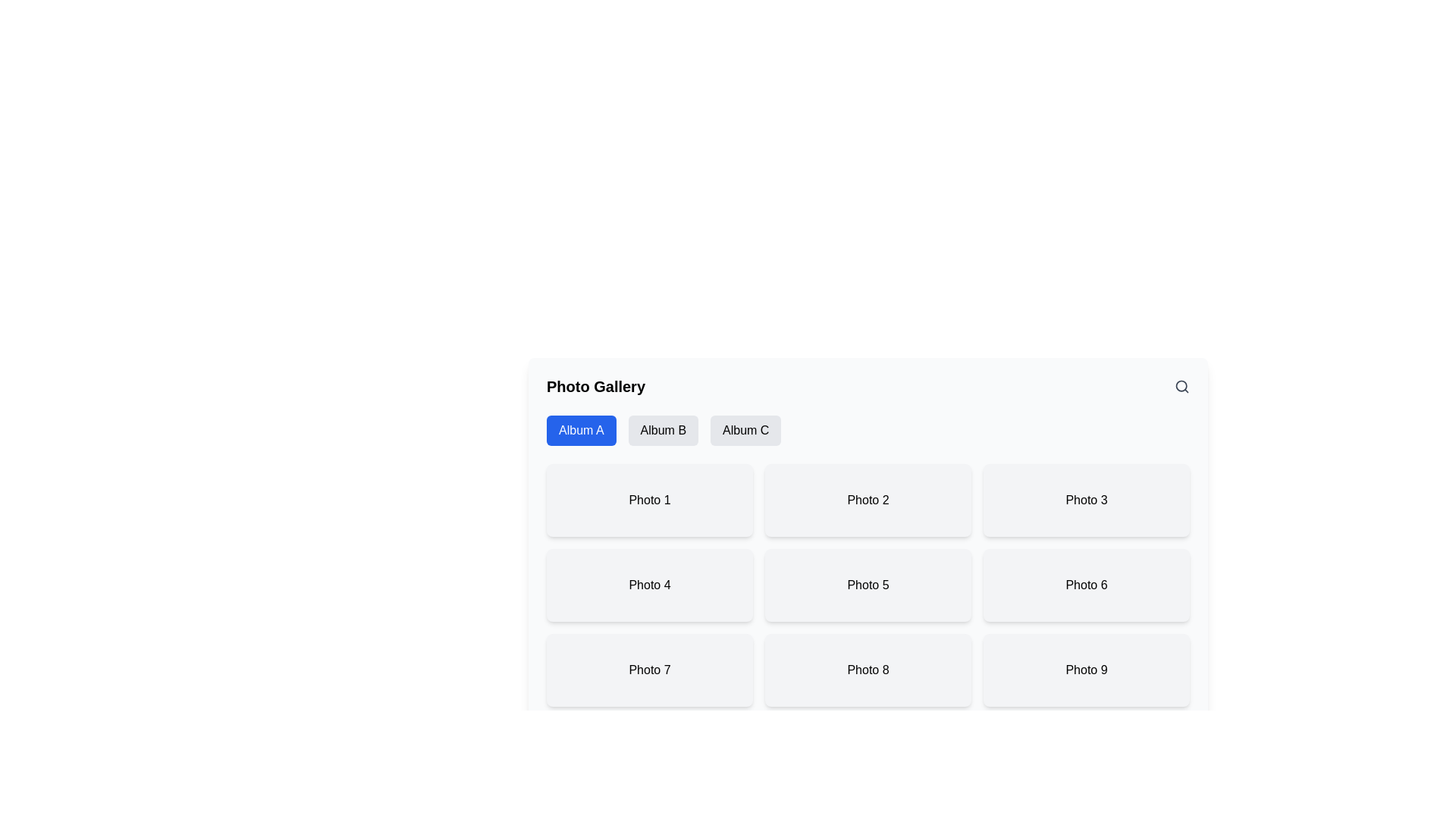 This screenshot has height=819, width=1456. I want to click on the card labeled 'Photo 5' positioned in the second row and second column of the grid layout, so click(868, 584).